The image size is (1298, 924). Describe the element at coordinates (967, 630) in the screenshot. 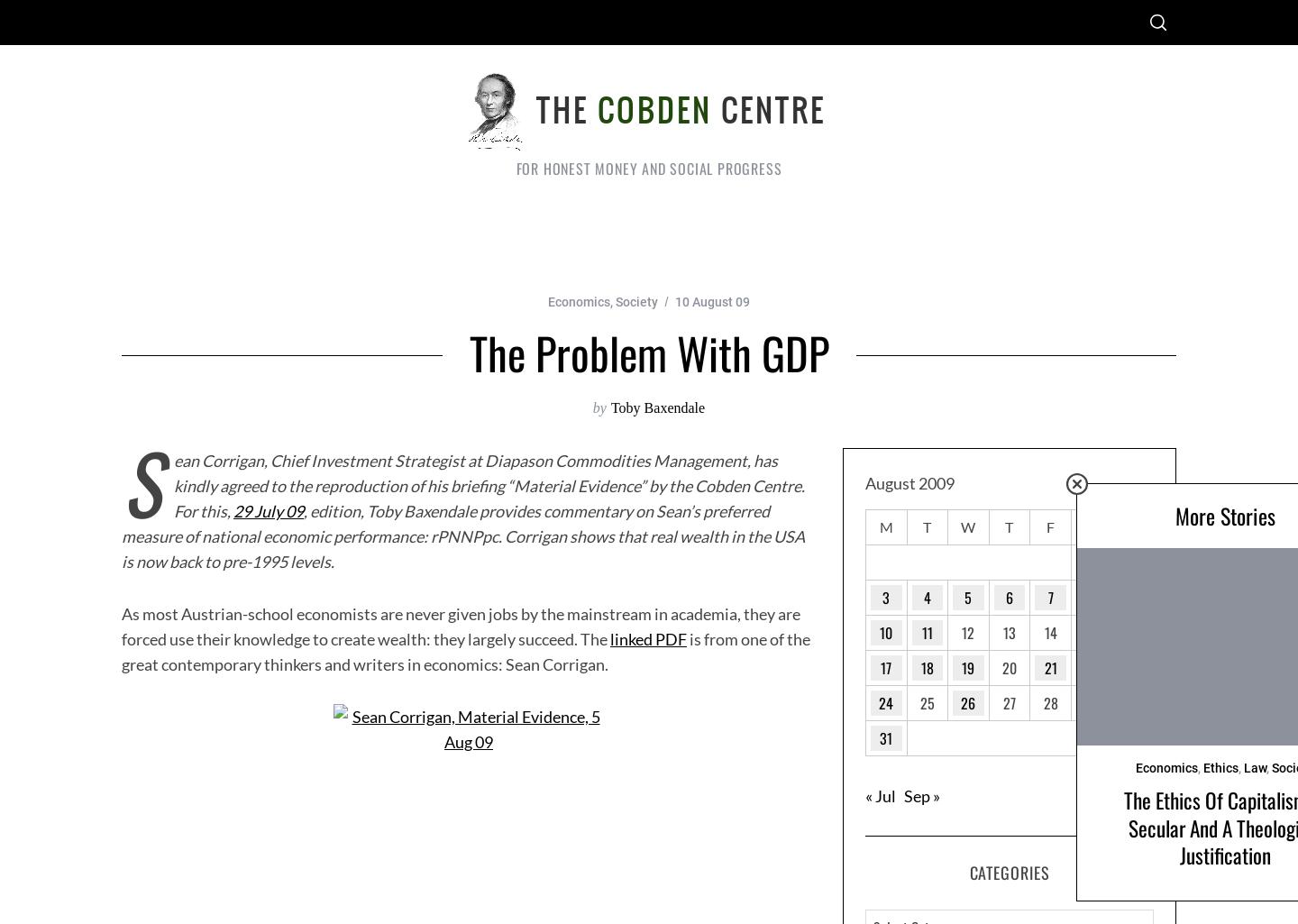

I see `'12'` at that location.